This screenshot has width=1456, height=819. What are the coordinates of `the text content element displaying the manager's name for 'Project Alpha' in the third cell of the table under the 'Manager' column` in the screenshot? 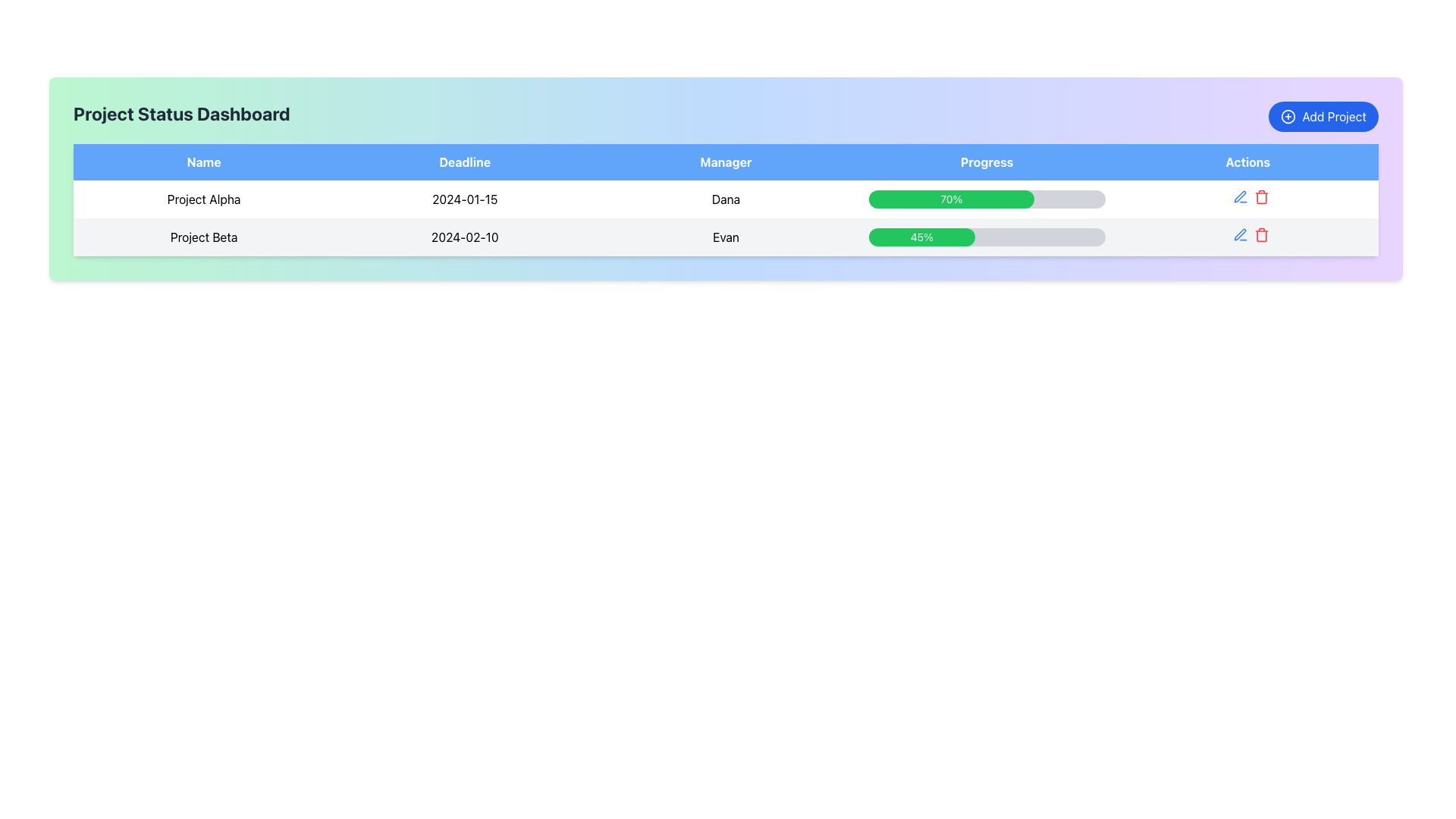 It's located at (725, 198).